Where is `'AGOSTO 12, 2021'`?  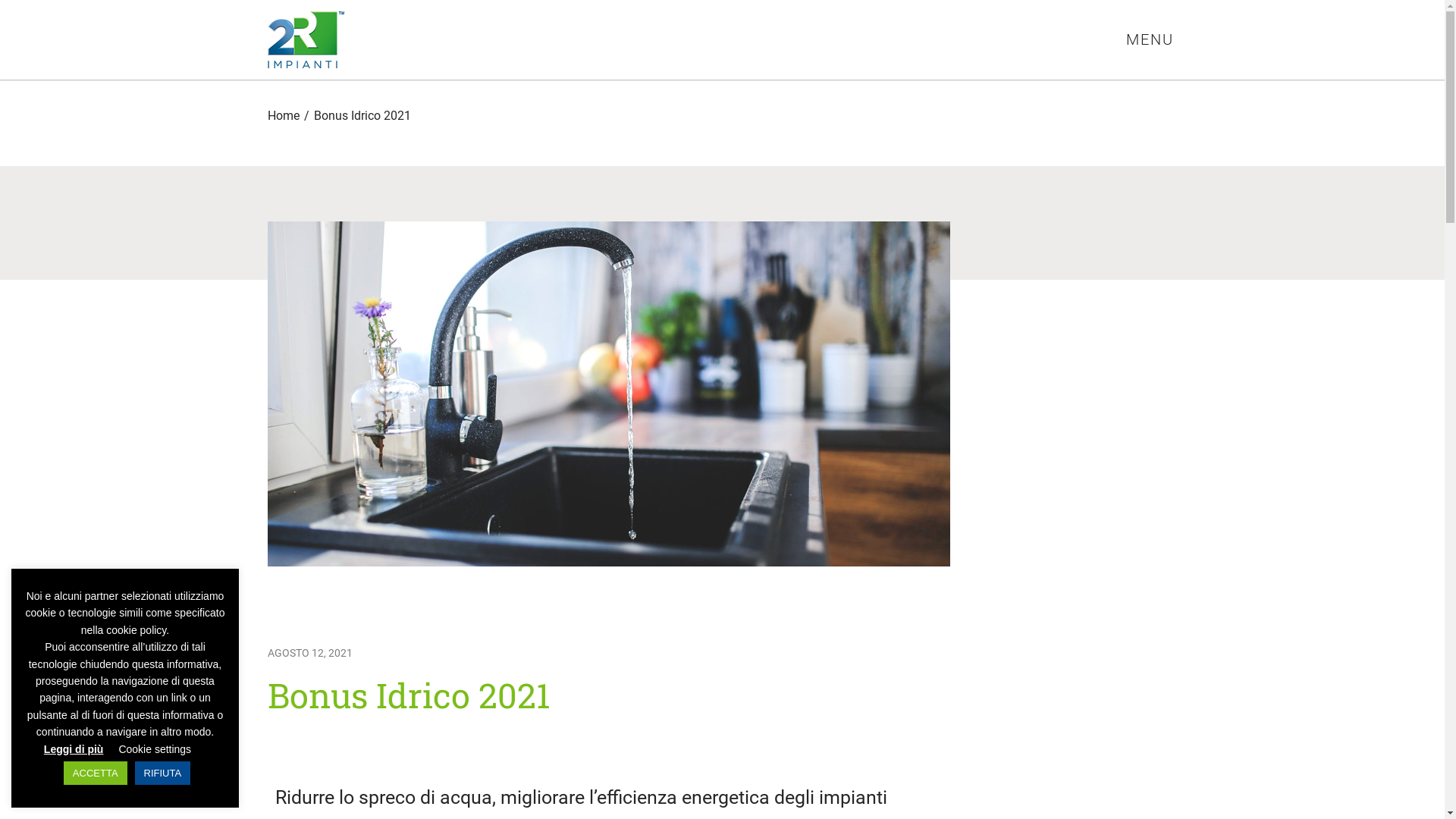 'AGOSTO 12, 2021' is located at coordinates (309, 652).